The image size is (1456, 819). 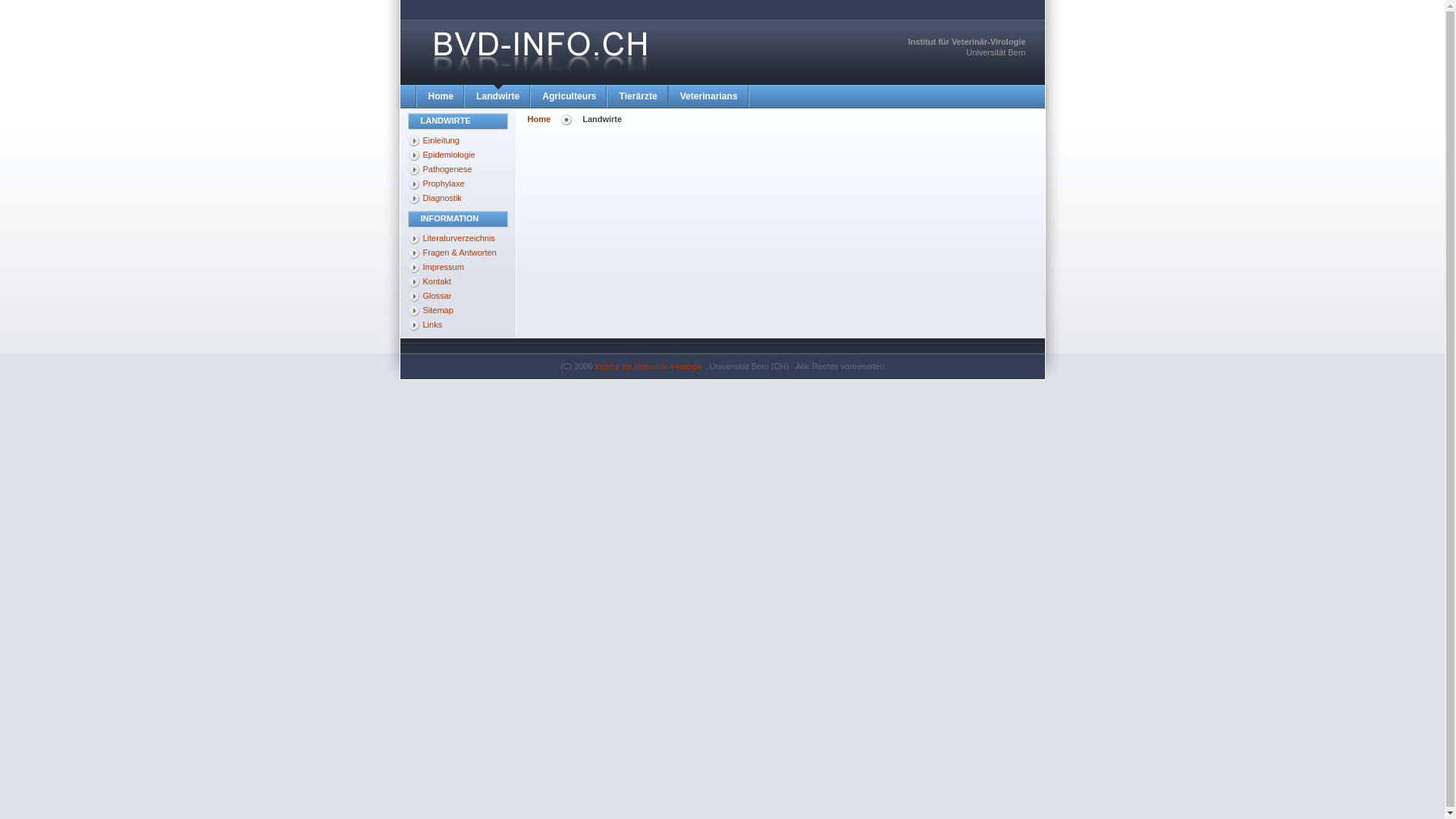 What do you see at coordinates (407, 198) in the screenshot?
I see `'Diagnostik'` at bounding box center [407, 198].